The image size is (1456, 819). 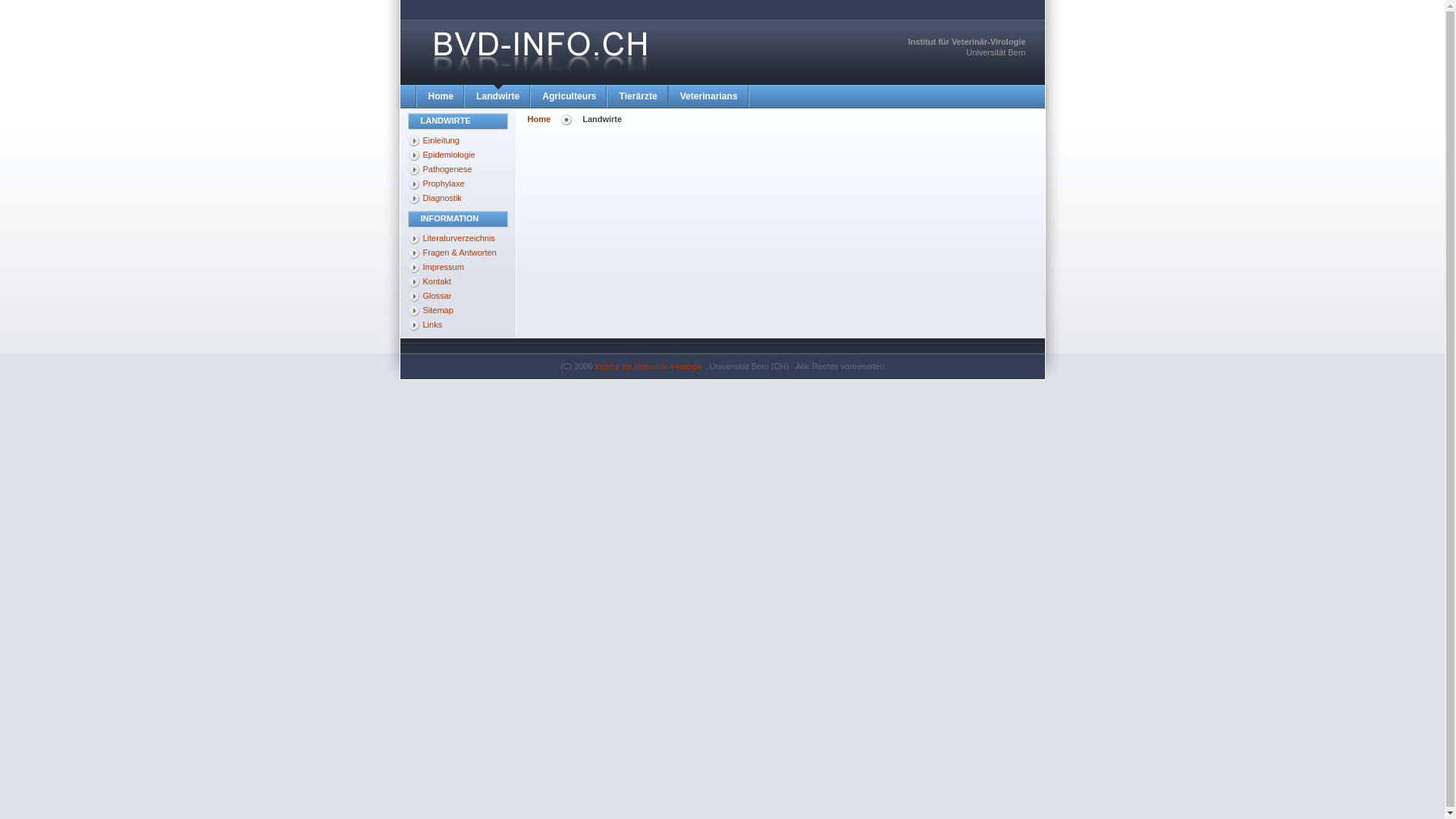 What do you see at coordinates (407, 198) in the screenshot?
I see `'Diagnostik'` at bounding box center [407, 198].